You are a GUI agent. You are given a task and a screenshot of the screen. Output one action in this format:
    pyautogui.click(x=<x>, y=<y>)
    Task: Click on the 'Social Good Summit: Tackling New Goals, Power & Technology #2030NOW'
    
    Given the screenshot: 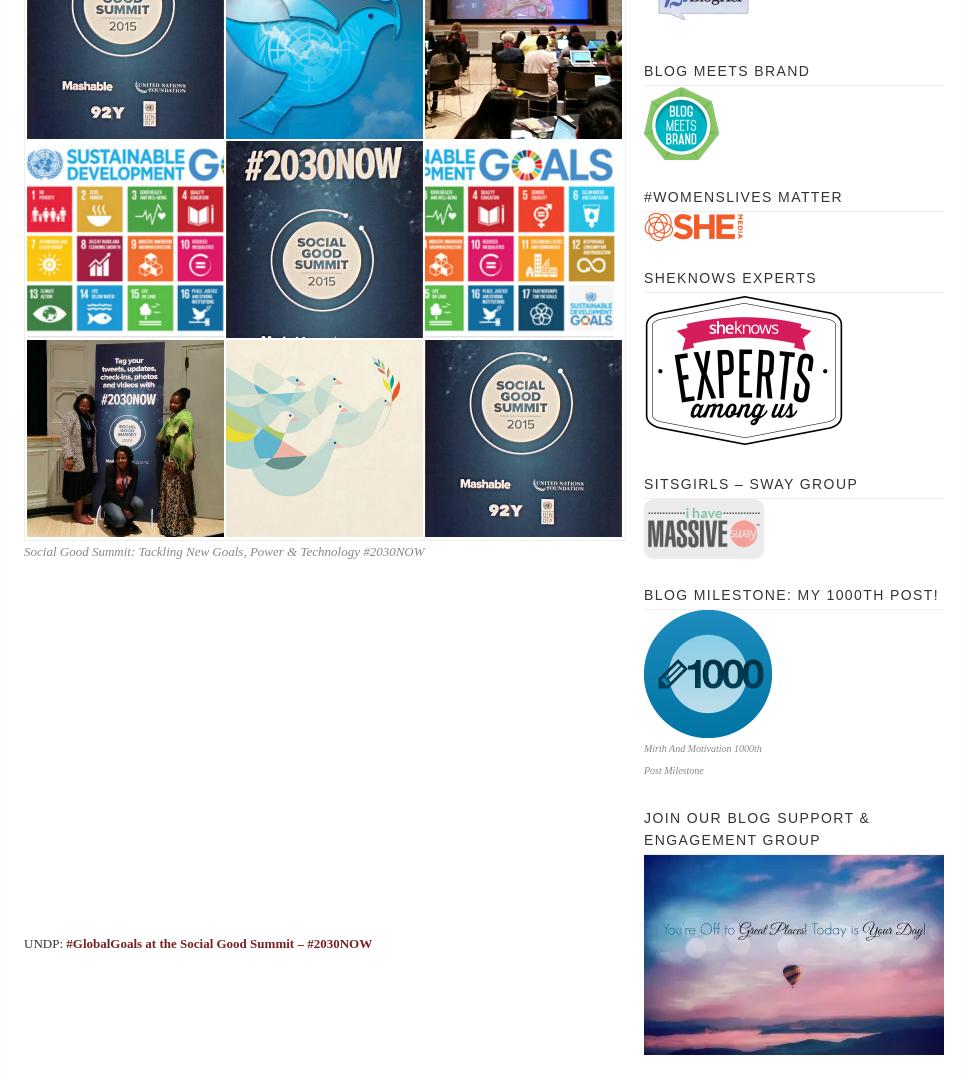 What is the action you would take?
    pyautogui.click(x=222, y=551)
    